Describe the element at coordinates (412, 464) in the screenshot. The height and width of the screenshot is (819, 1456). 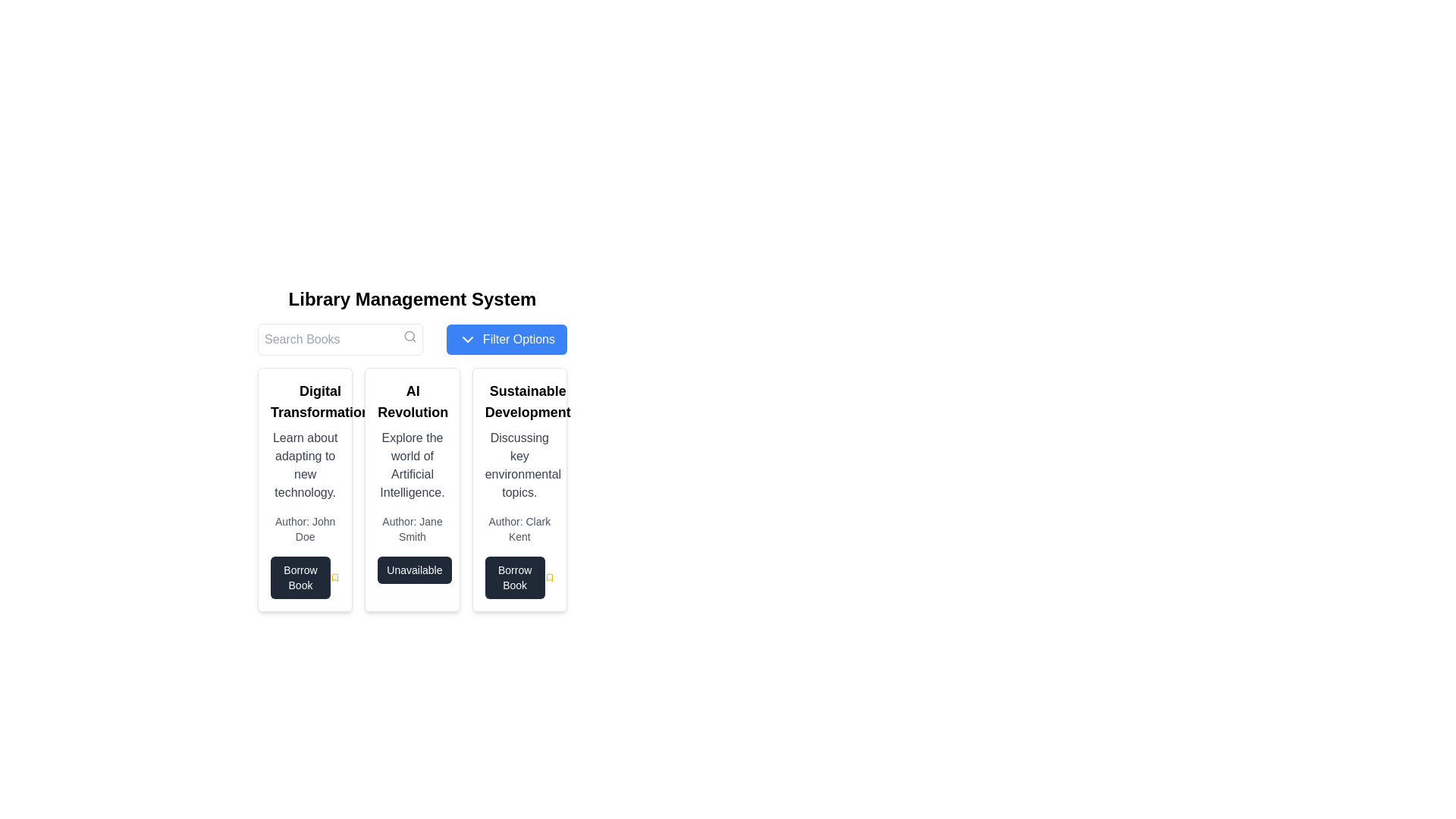
I see `text content located in the center of the second card, directly below the title 'AI Revolution' and above 'Author: Jane Smith'` at that location.